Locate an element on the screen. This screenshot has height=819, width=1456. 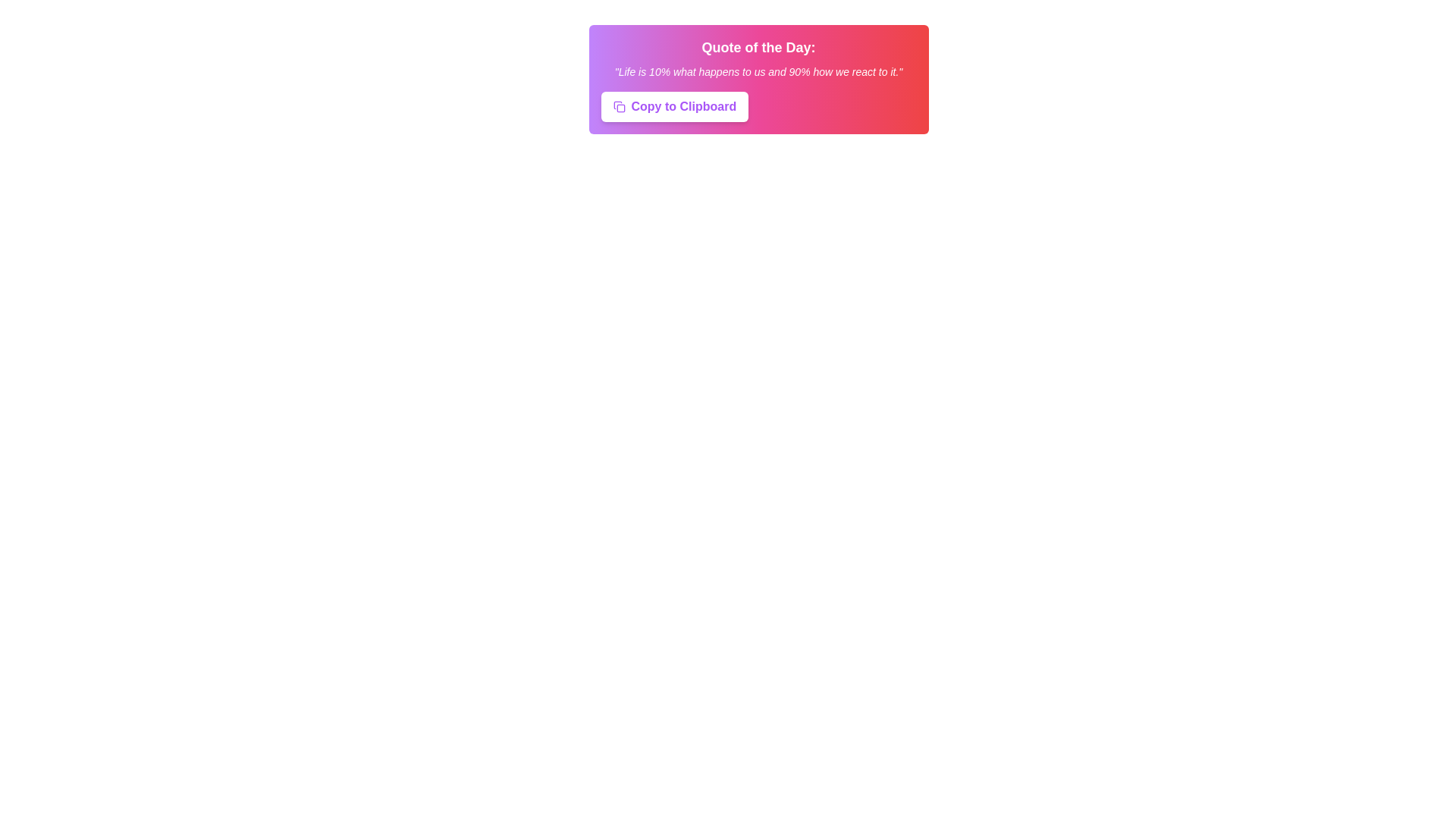
the small curved geometric shape that is part of the clipboard icon located to the left of the 'Copy to Clipboard' label is located at coordinates (617, 104).